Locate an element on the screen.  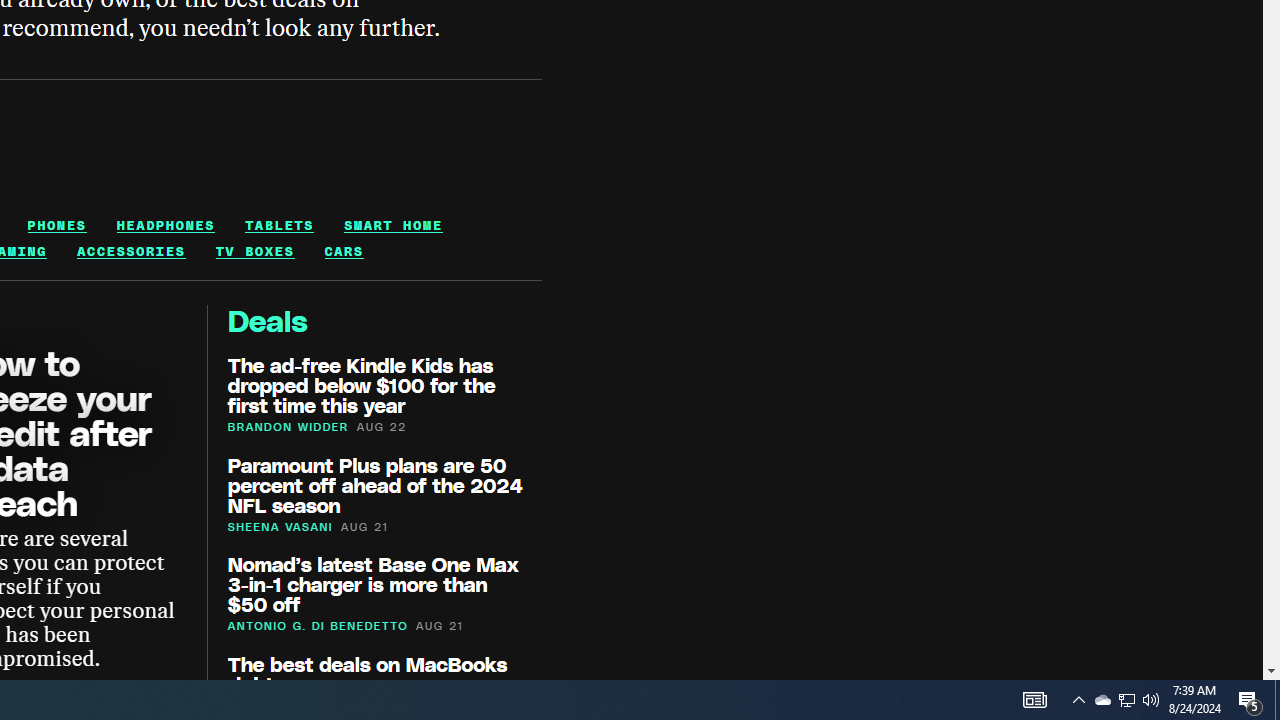
'TABLETS' is located at coordinates (278, 225).